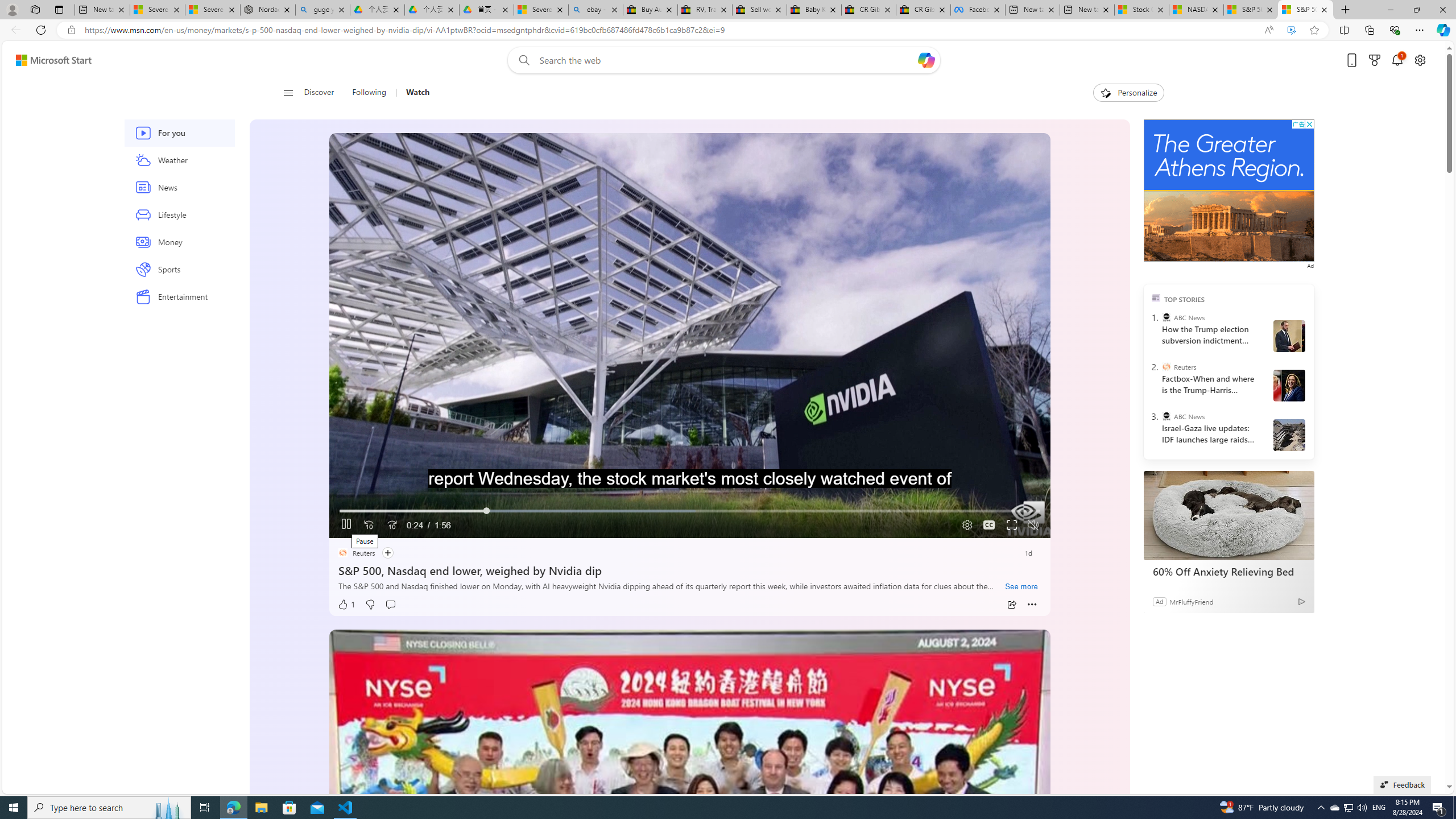 The image size is (1456, 819). What do you see at coordinates (387, 553) in the screenshot?
I see `'Follow'` at bounding box center [387, 553].